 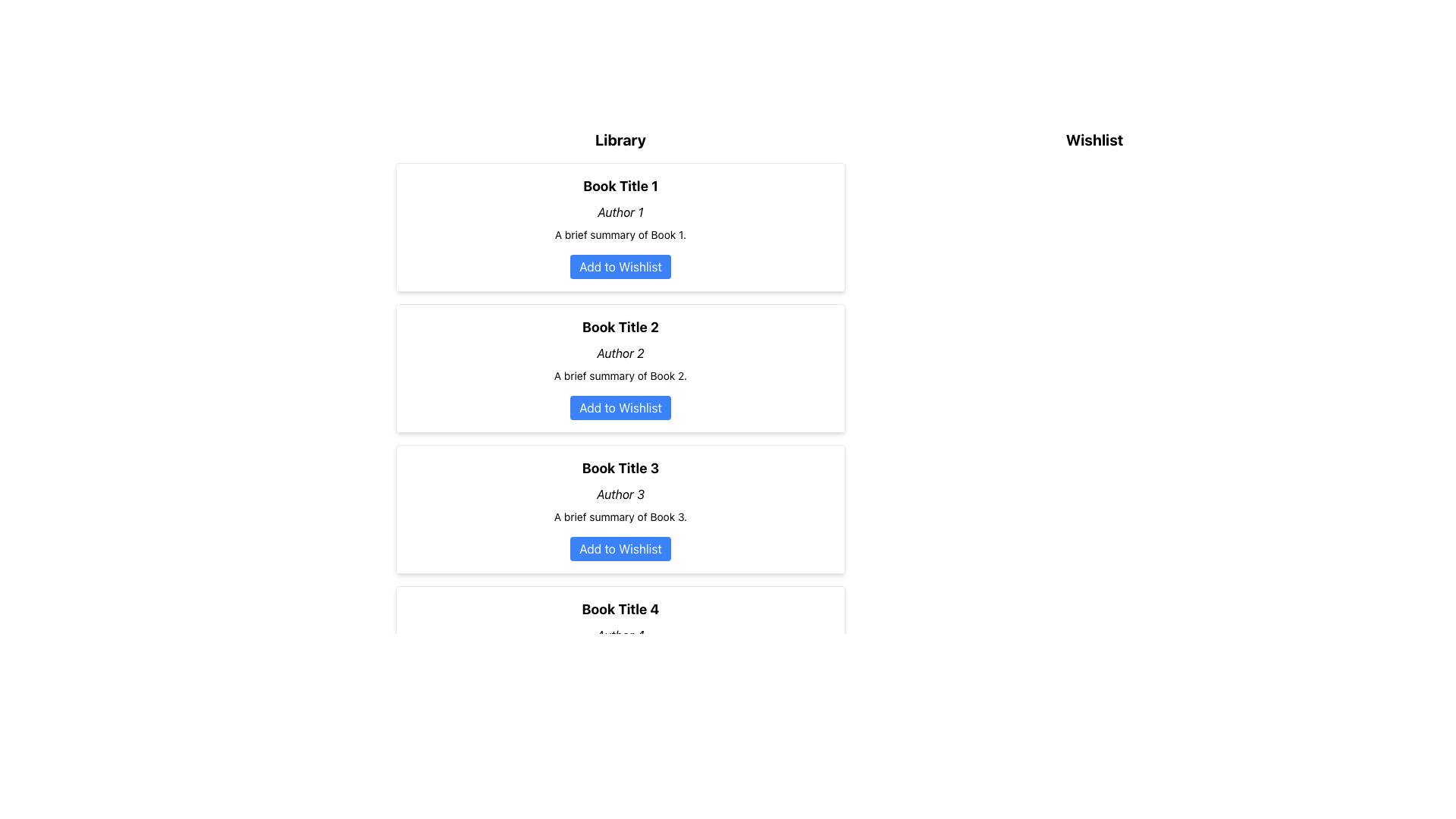 I want to click on text block containing the phrase 'A brief summary of Book 2.' located under 'Author 2' in the 'Book Title 2' section, so click(x=620, y=375).